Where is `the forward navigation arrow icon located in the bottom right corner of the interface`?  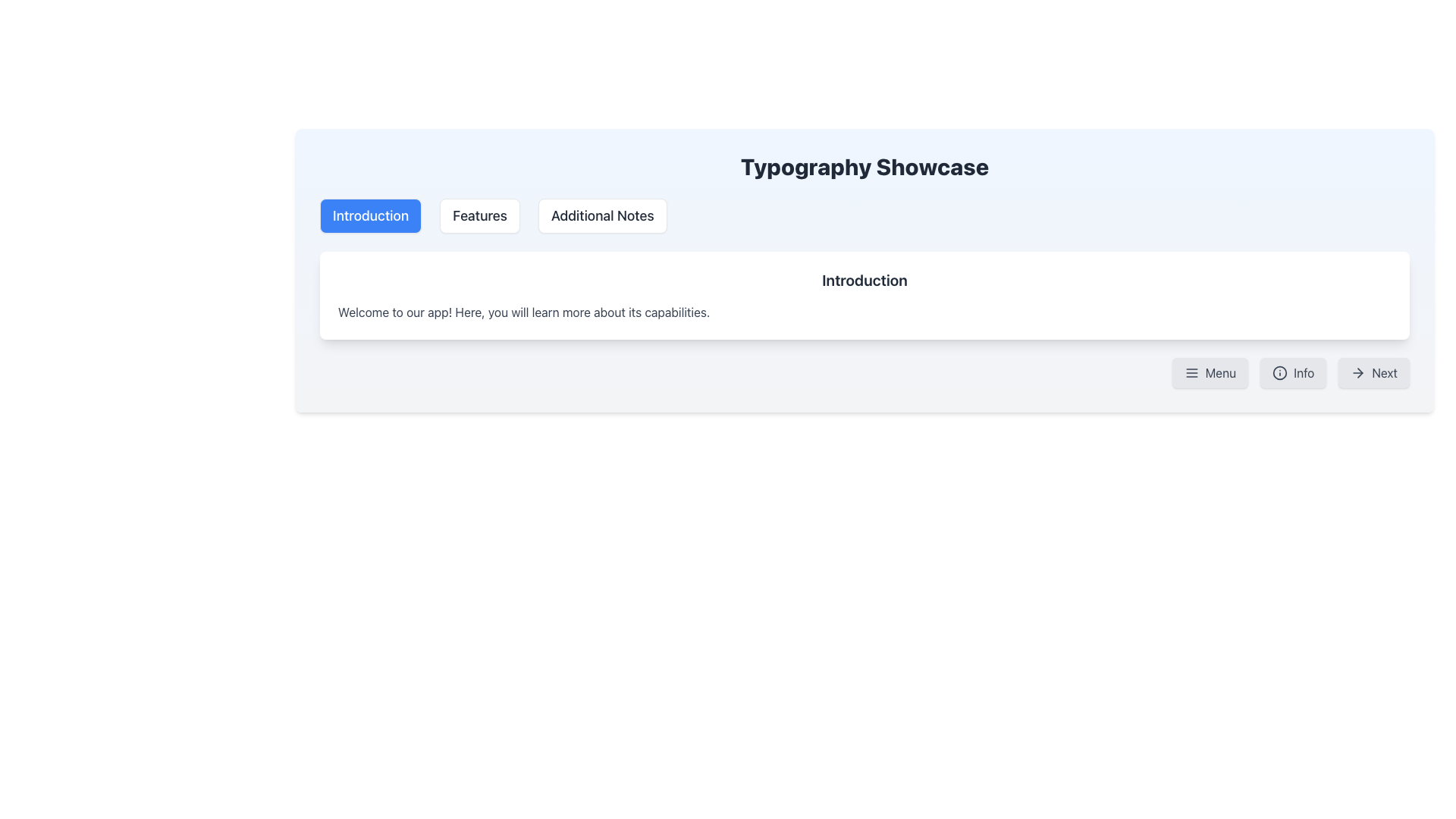 the forward navigation arrow icon located in the bottom right corner of the interface is located at coordinates (1360, 373).